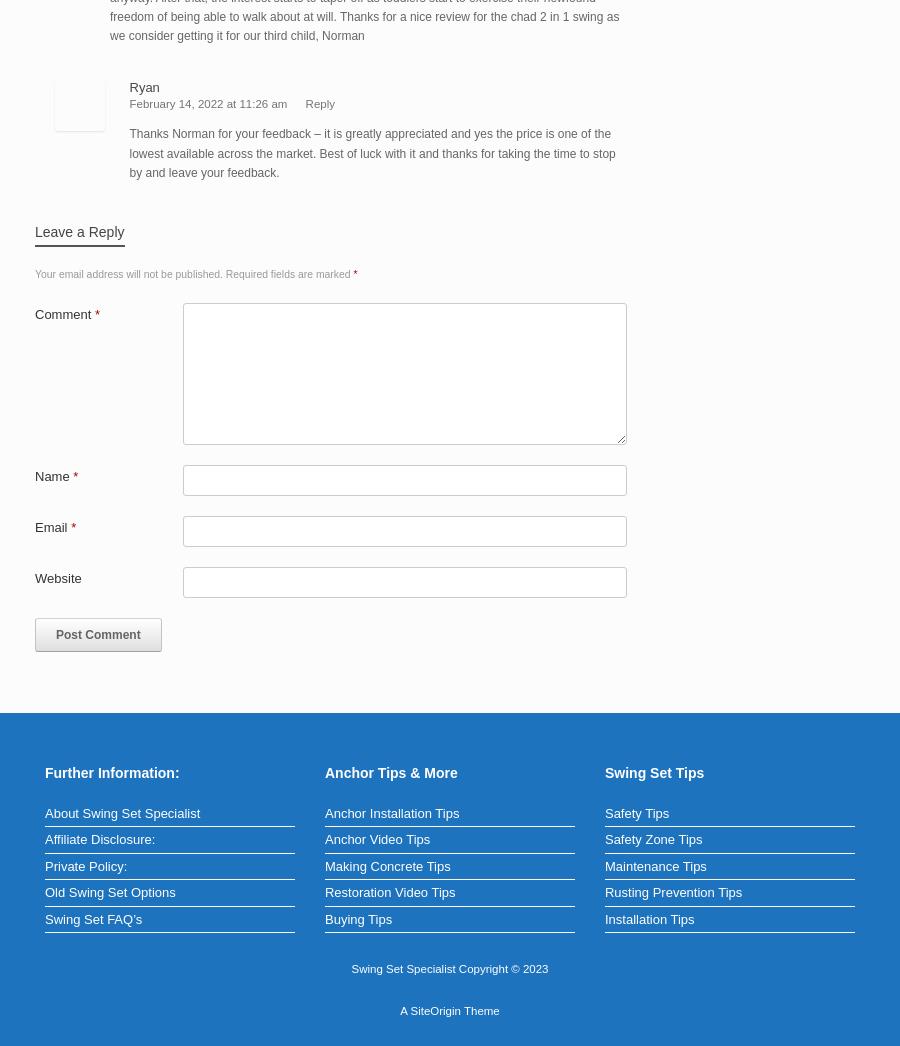 This screenshot has height=1046, width=900. Describe the element at coordinates (603, 864) in the screenshot. I see `'Maintenance Tips'` at that location.